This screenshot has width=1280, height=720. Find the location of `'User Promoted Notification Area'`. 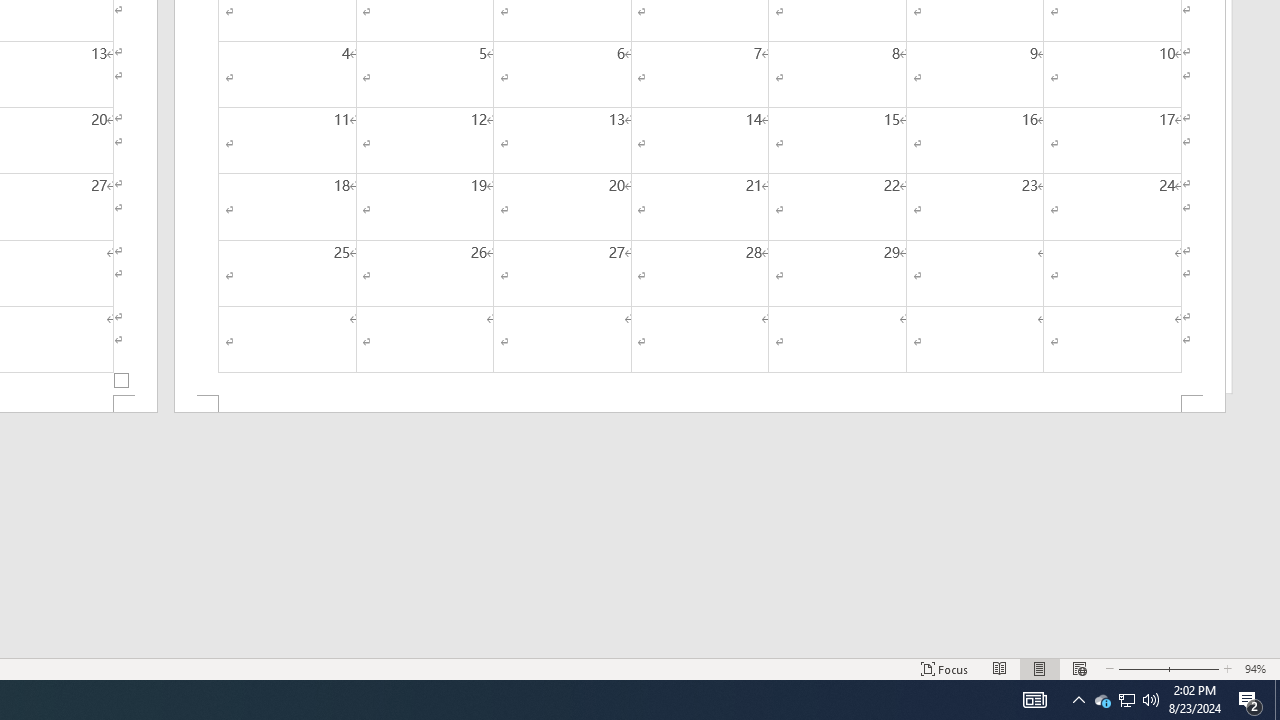

'User Promoted Notification Area' is located at coordinates (1127, 698).